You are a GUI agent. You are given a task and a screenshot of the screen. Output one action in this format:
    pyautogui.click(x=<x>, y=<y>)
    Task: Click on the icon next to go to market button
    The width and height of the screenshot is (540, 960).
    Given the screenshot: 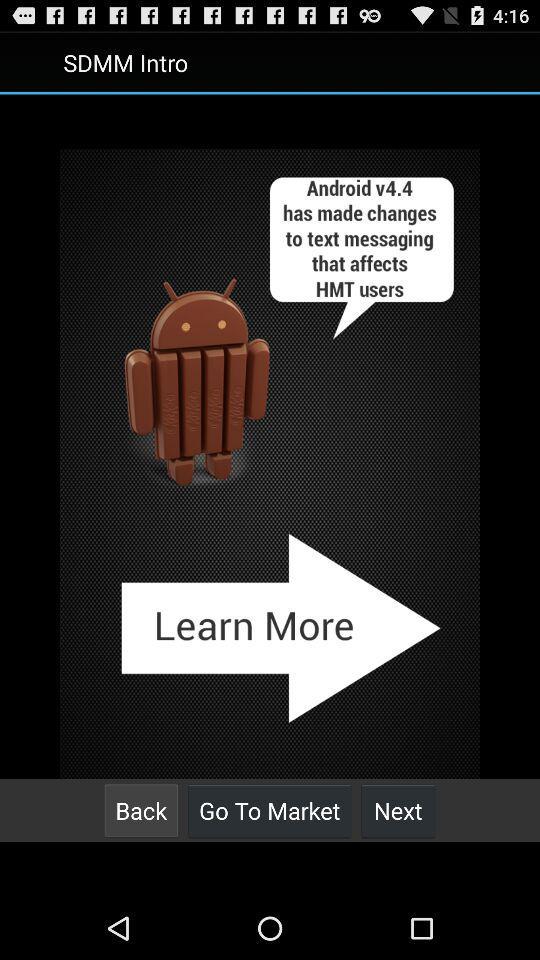 What is the action you would take?
    pyautogui.click(x=398, y=810)
    